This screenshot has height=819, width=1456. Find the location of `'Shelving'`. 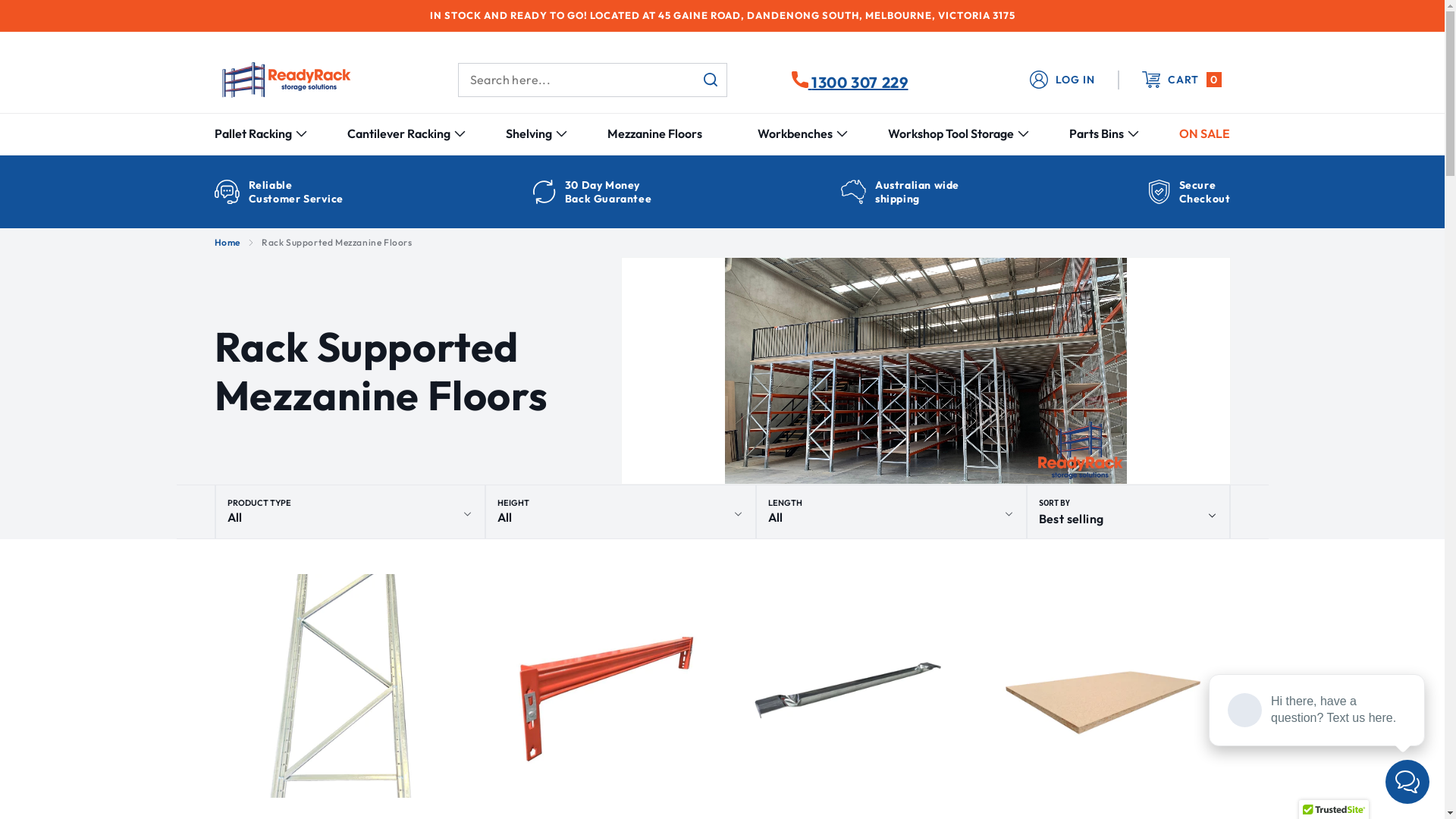

'Shelving' is located at coordinates (529, 133).